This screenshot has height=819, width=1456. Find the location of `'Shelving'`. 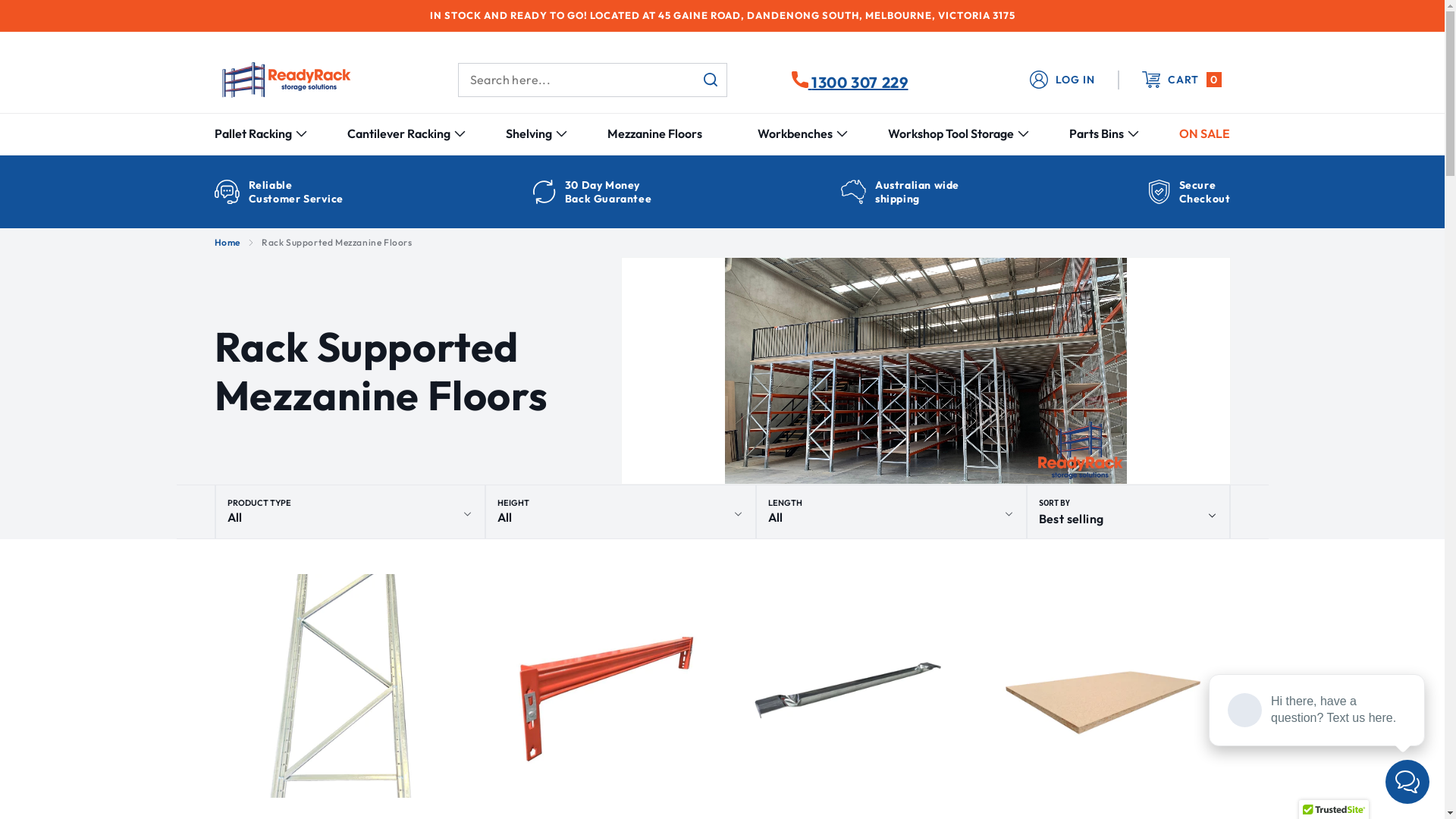

'Shelving' is located at coordinates (529, 133).